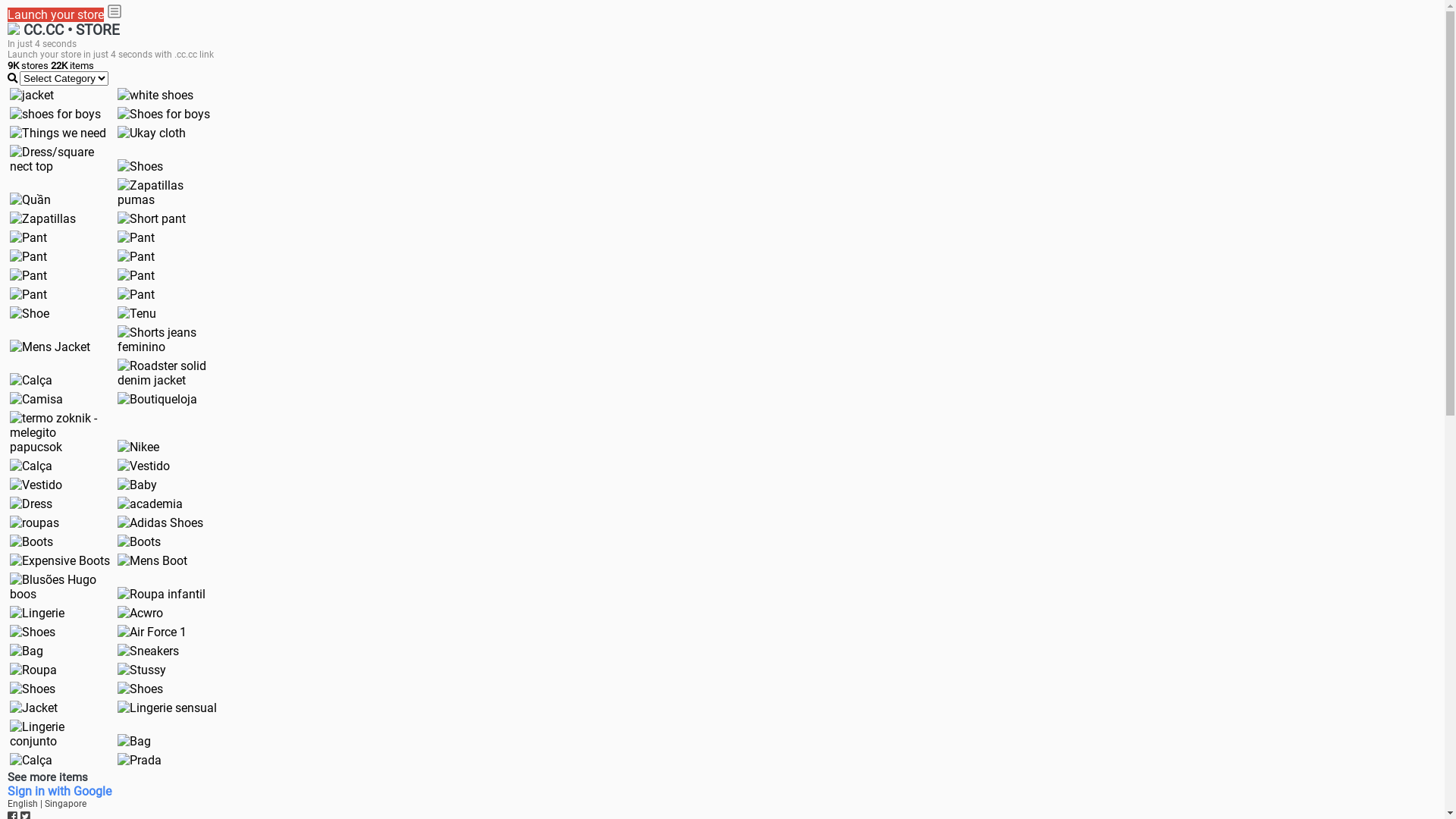 This screenshot has height=819, width=1456. I want to click on 'Baby', so click(137, 485).